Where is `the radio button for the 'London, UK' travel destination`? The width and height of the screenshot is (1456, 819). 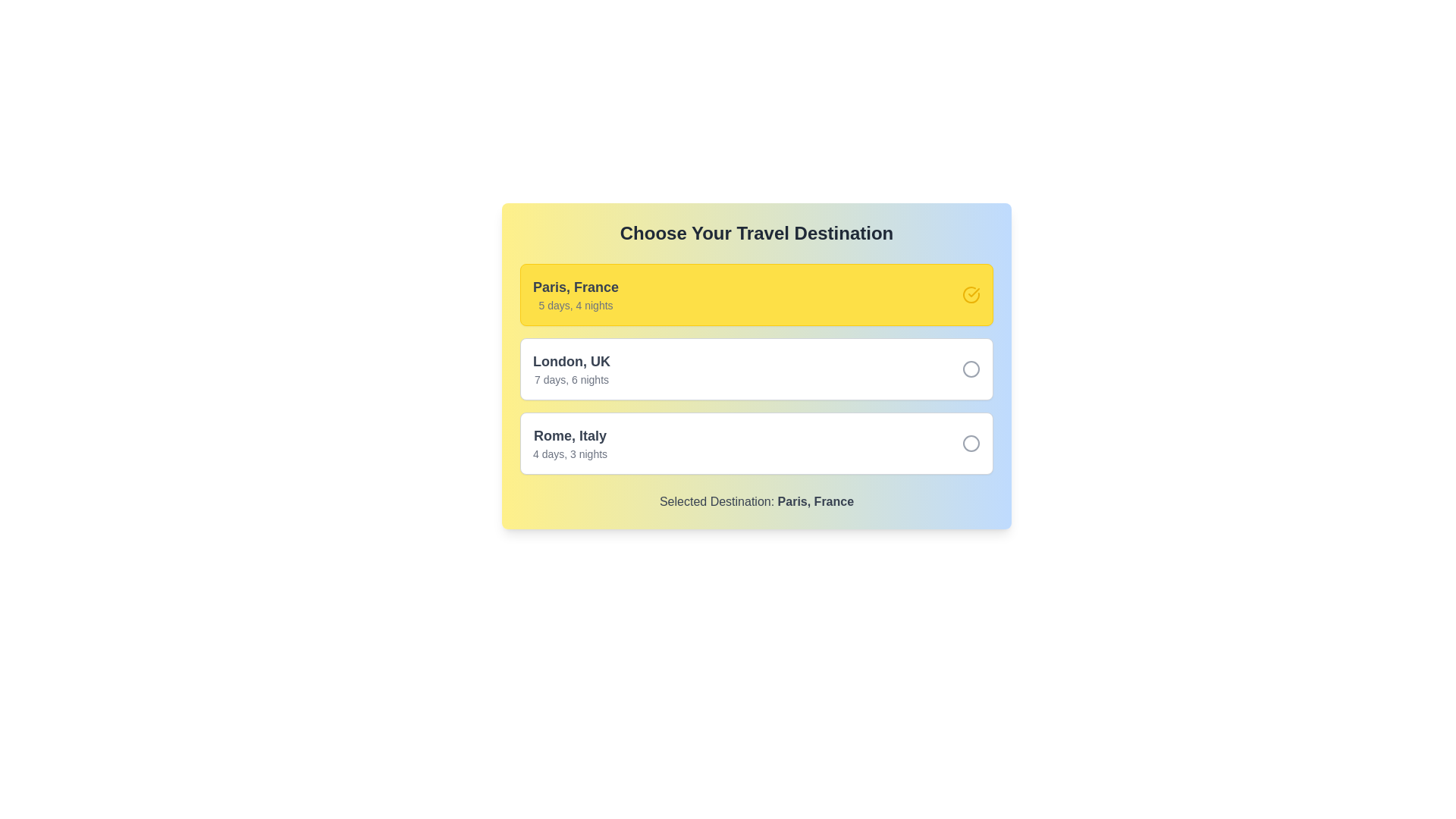
the radio button for the 'London, UK' travel destination is located at coordinates (971, 369).